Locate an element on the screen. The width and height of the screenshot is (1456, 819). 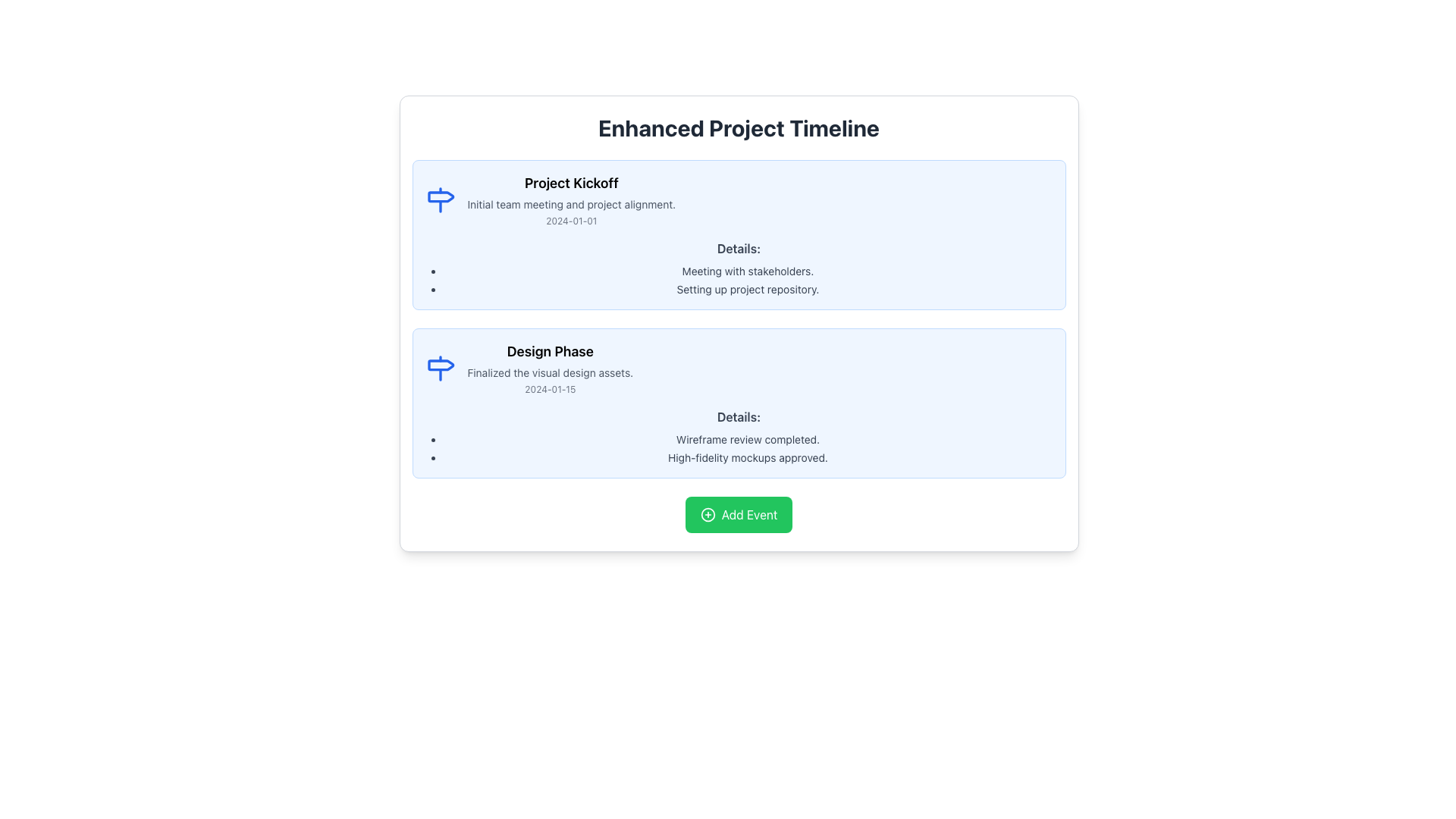
text element that provides information about the approval of high-fidelity mockups, located in the 'Details' section as the second item in the bulleted list of the 'Design Phase' is located at coordinates (748, 457).